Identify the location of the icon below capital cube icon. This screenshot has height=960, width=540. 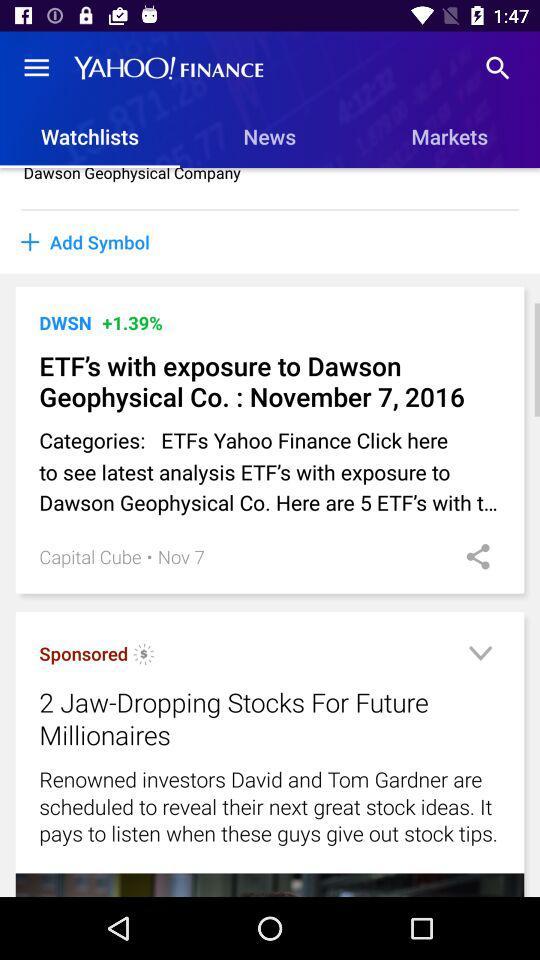
(143, 656).